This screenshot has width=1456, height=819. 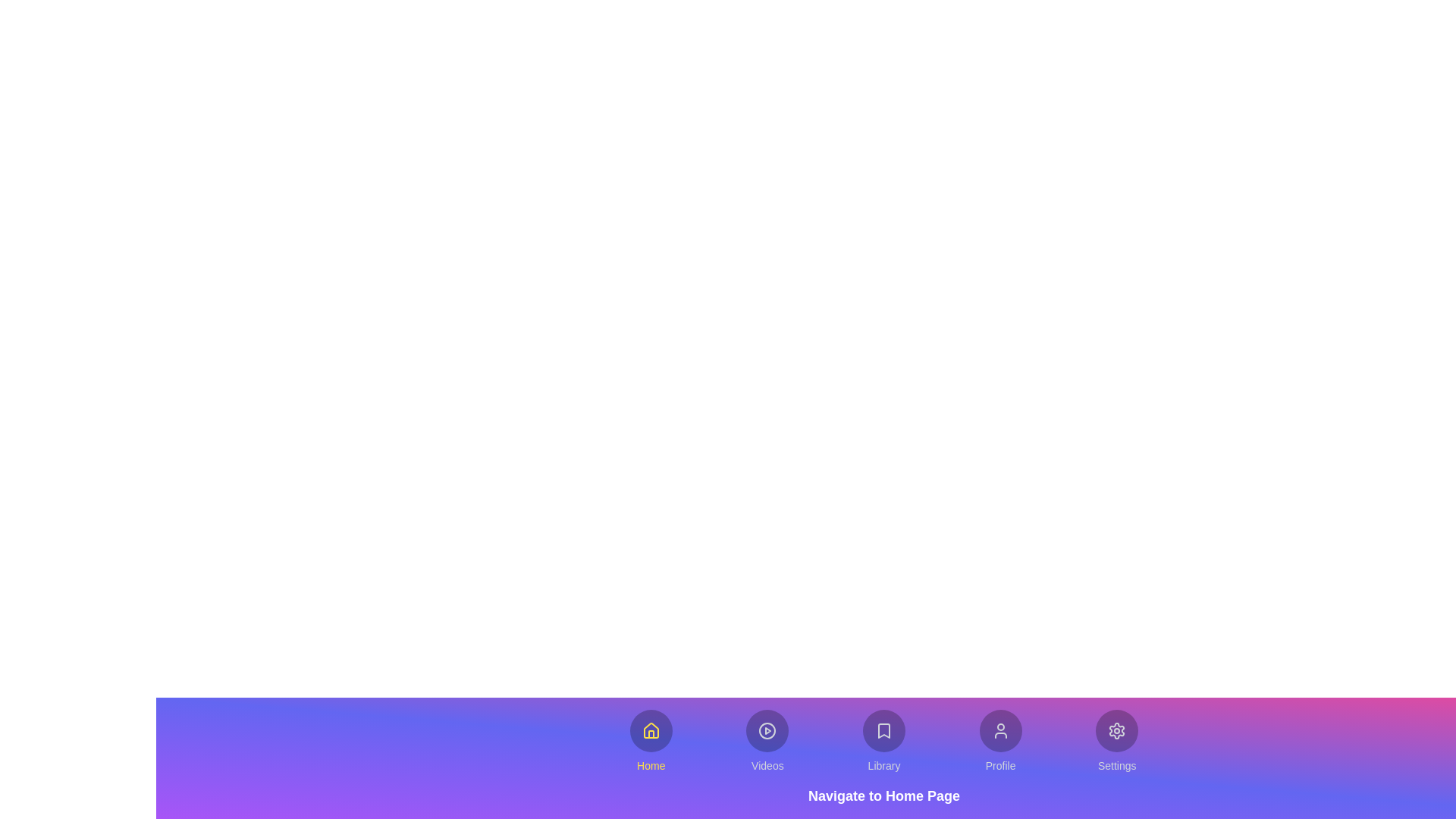 I want to click on the Library tab to activate it, so click(x=884, y=741).